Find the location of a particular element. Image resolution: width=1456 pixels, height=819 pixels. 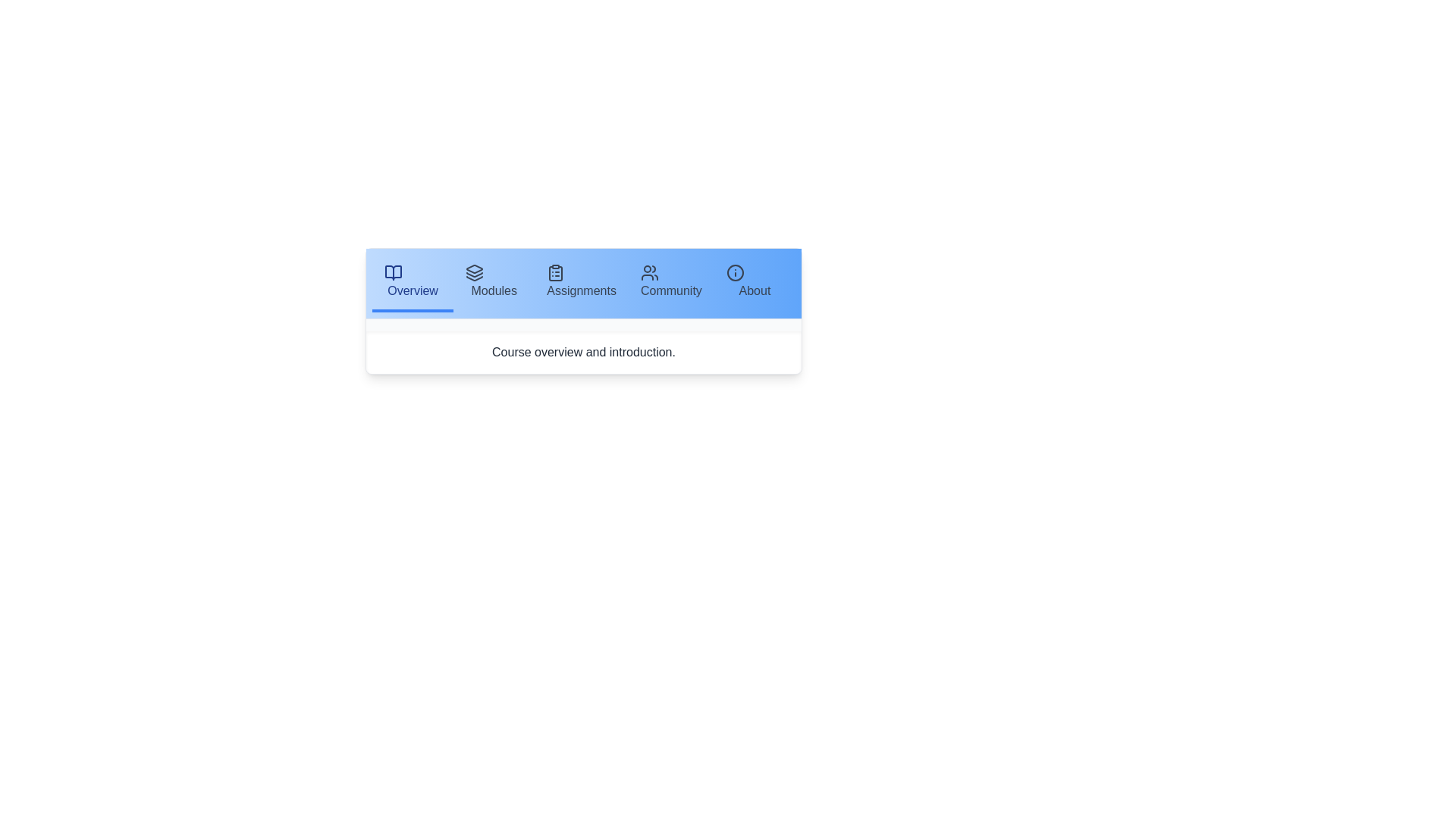

the stylized open book icon in the top navigation bar is located at coordinates (393, 271).